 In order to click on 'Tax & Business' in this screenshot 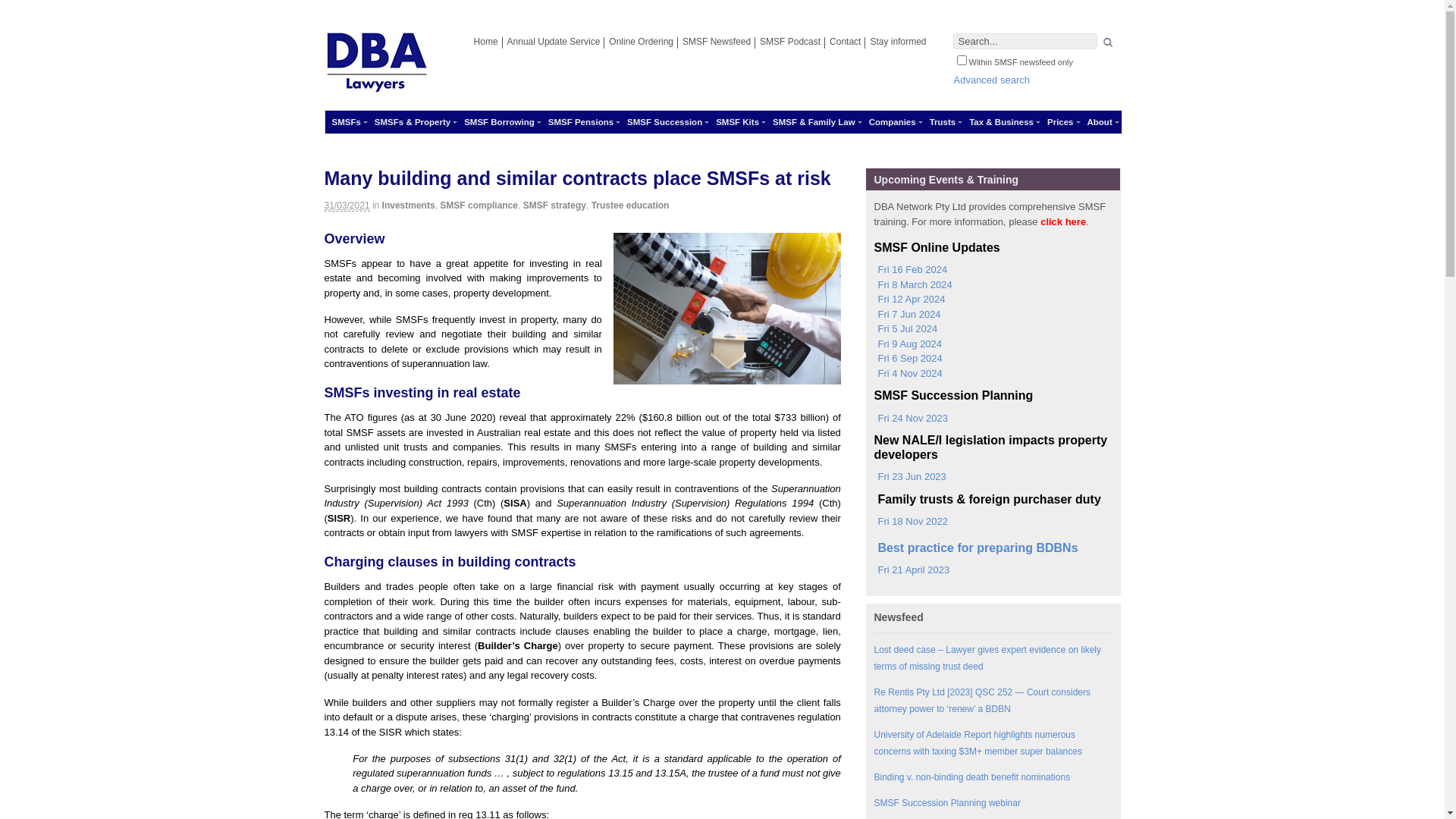, I will do `click(1001, 121)`.